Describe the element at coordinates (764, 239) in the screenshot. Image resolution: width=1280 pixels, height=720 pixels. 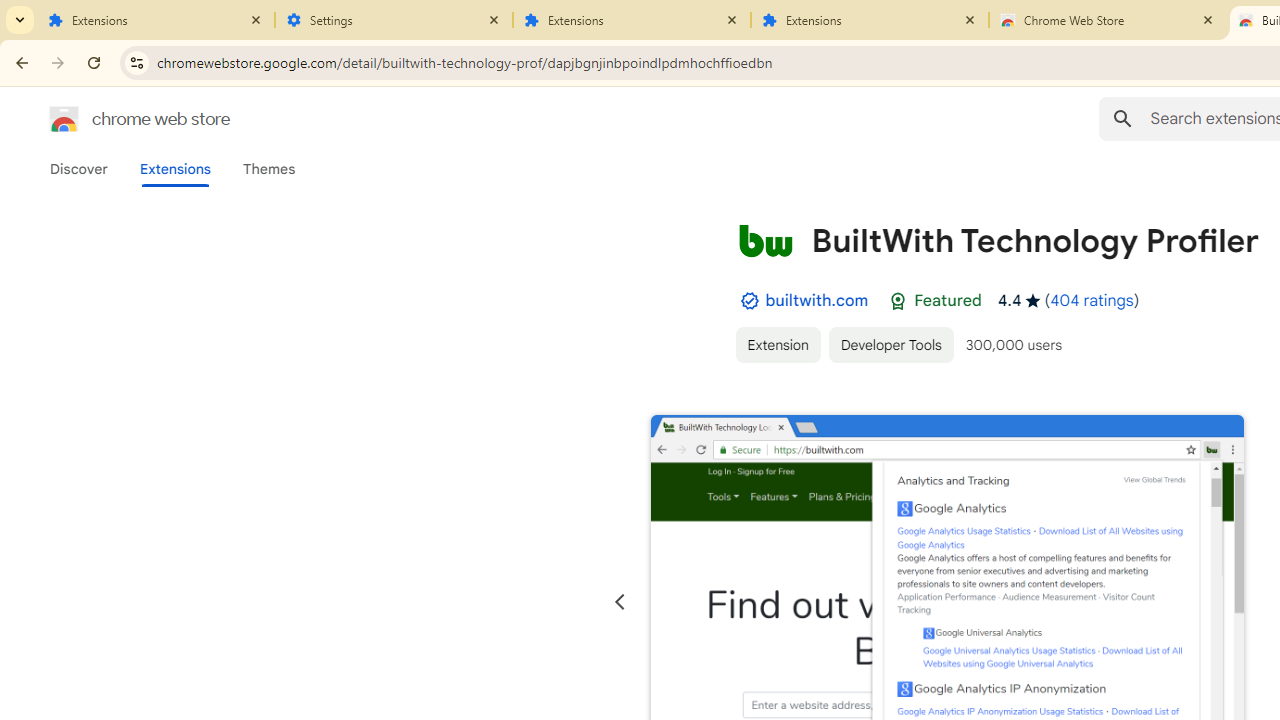
I see `'Item logo image for BuiltWith Technology Profiler'` at that location.